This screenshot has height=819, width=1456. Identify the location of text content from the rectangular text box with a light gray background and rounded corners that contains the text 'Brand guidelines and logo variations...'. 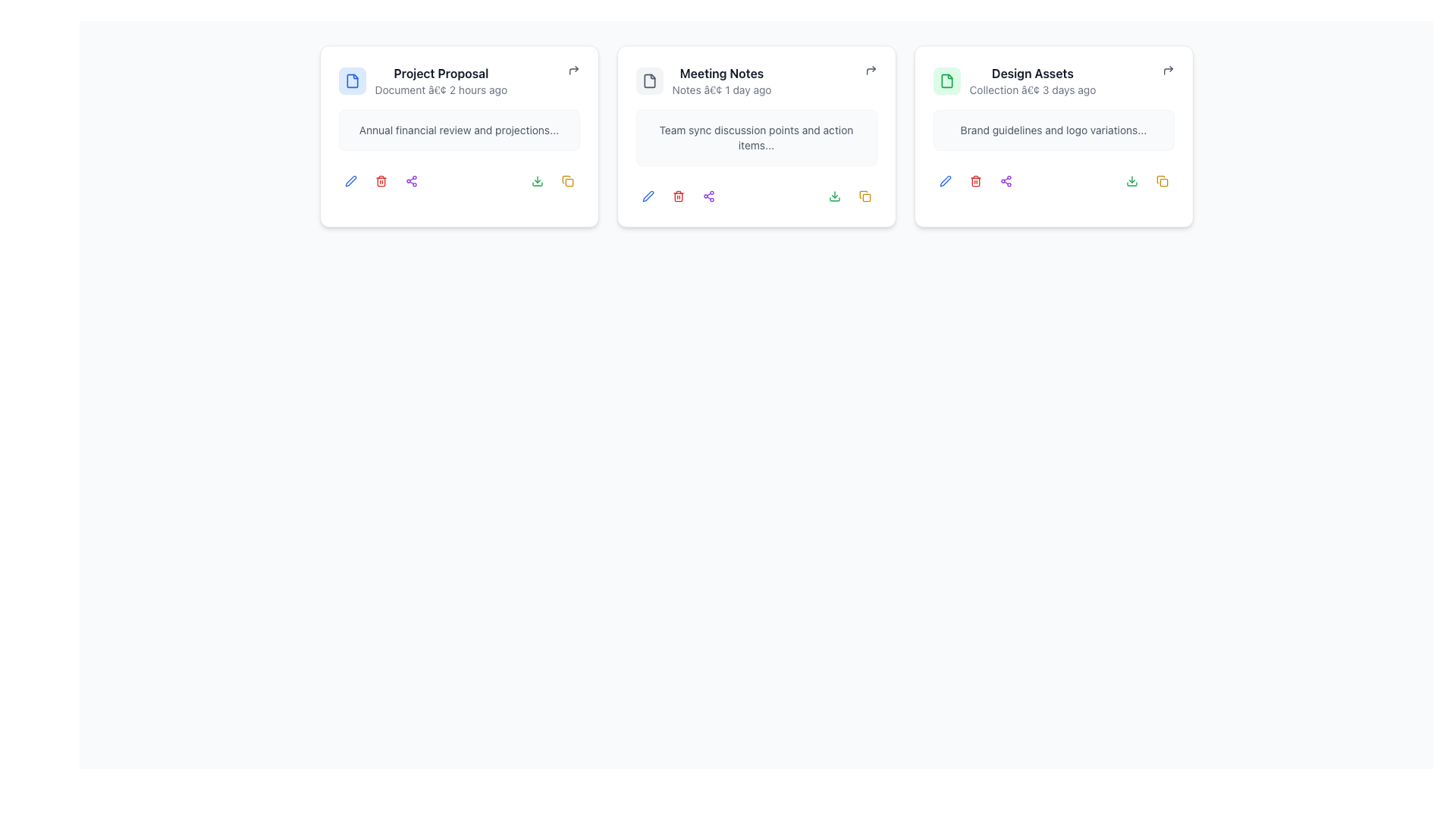
(1053, 130).